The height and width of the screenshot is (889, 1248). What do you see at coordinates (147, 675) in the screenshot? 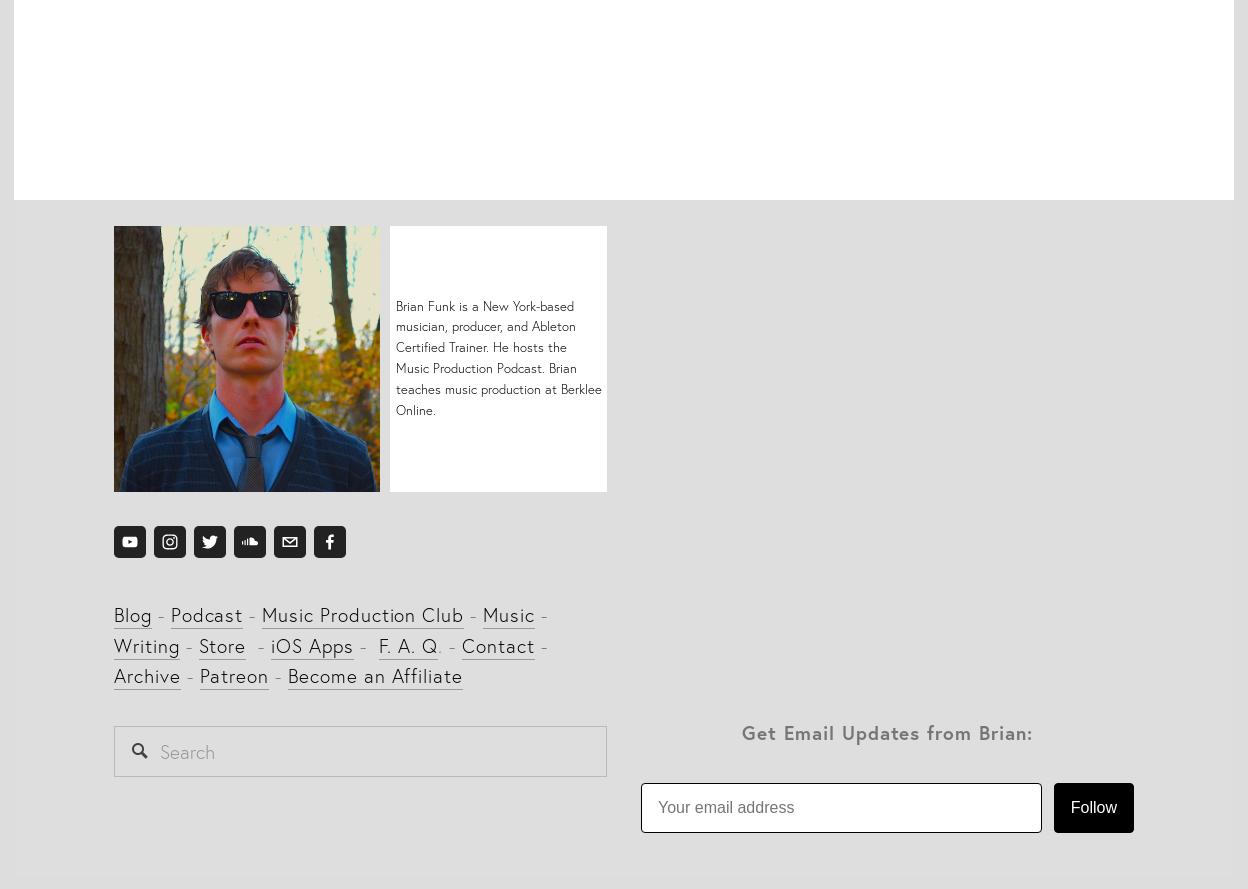
I see `'Archive'` at bounding box center [147, 675].